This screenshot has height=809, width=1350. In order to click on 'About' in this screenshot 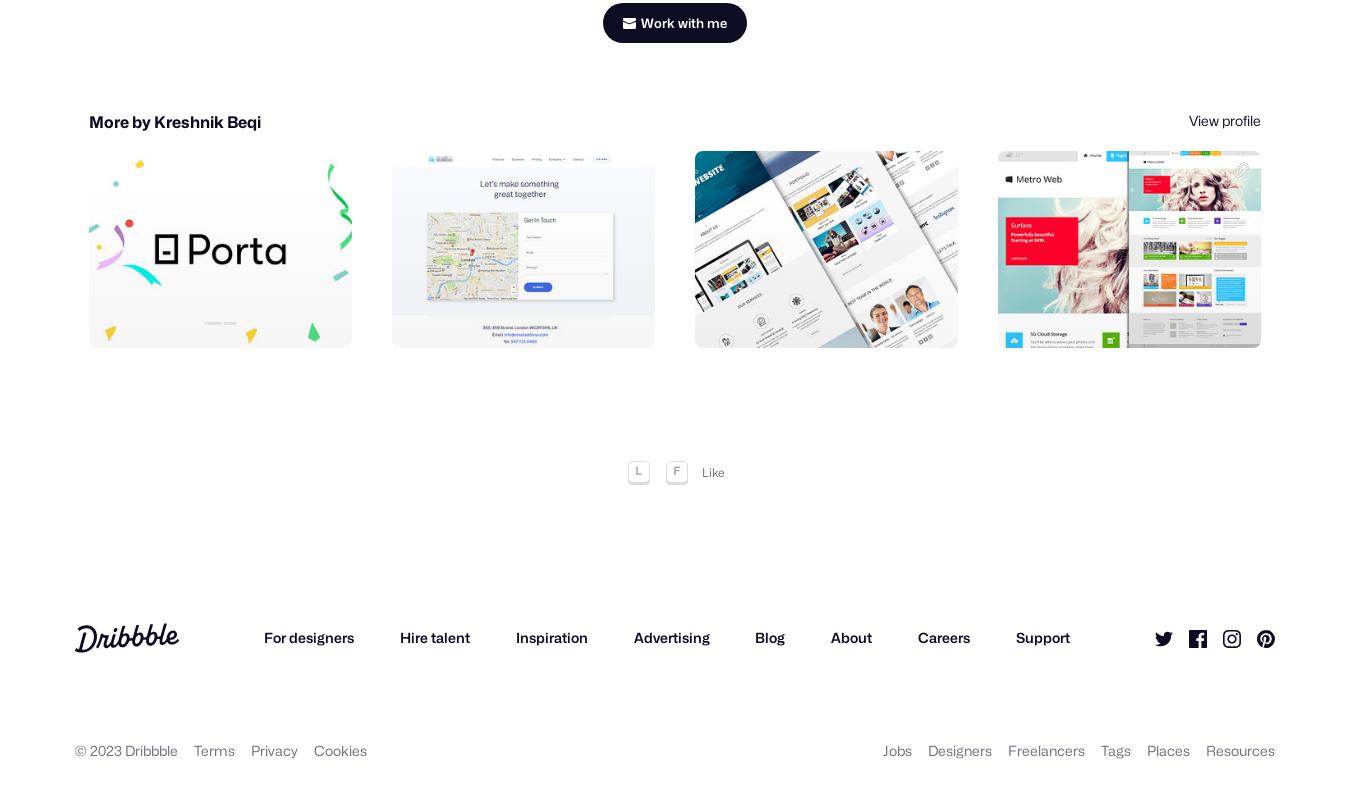, I will do `click(831, 643)`.